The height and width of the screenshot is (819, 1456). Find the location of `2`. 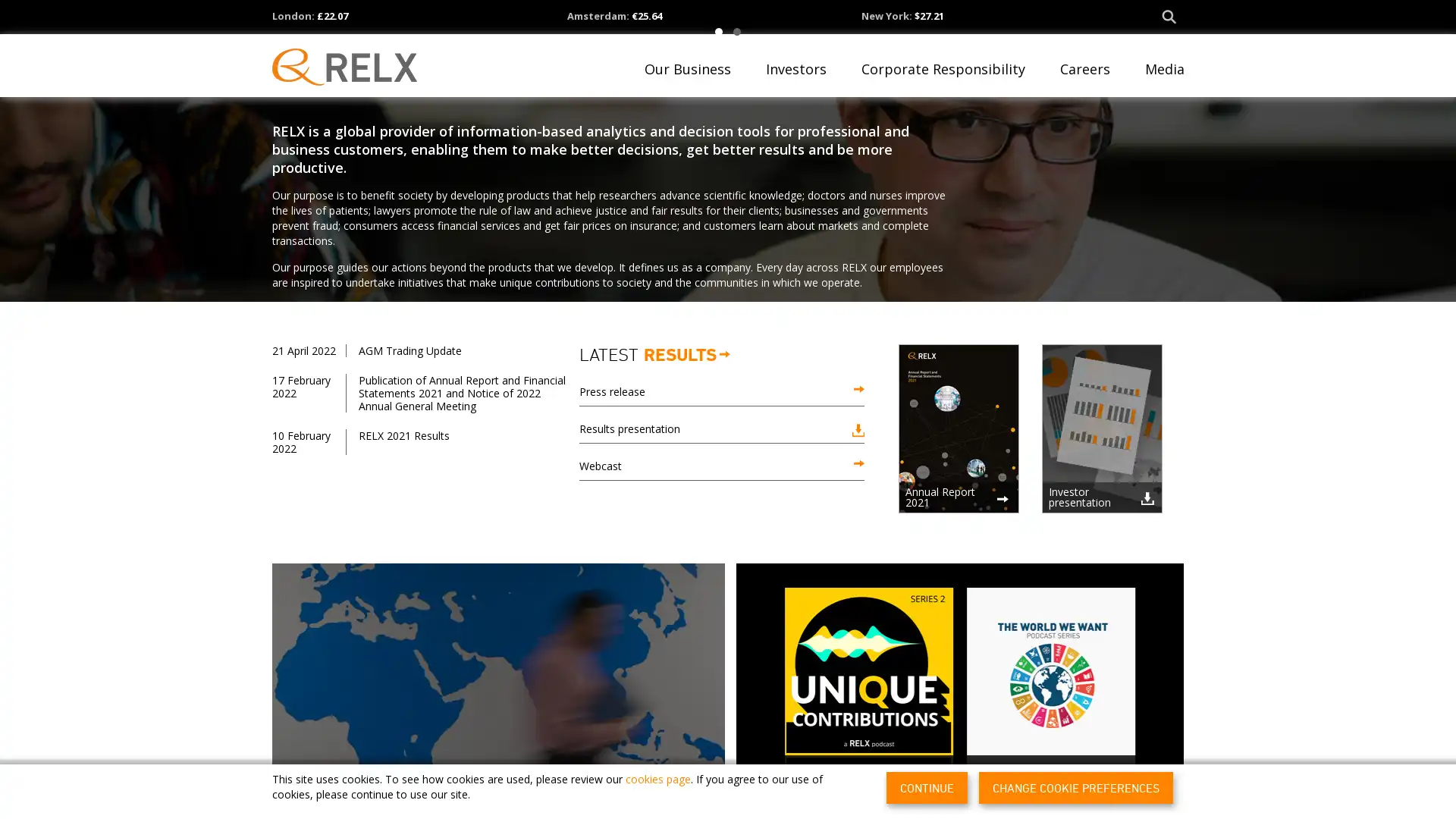

2 is located at coordinates (737, 32).